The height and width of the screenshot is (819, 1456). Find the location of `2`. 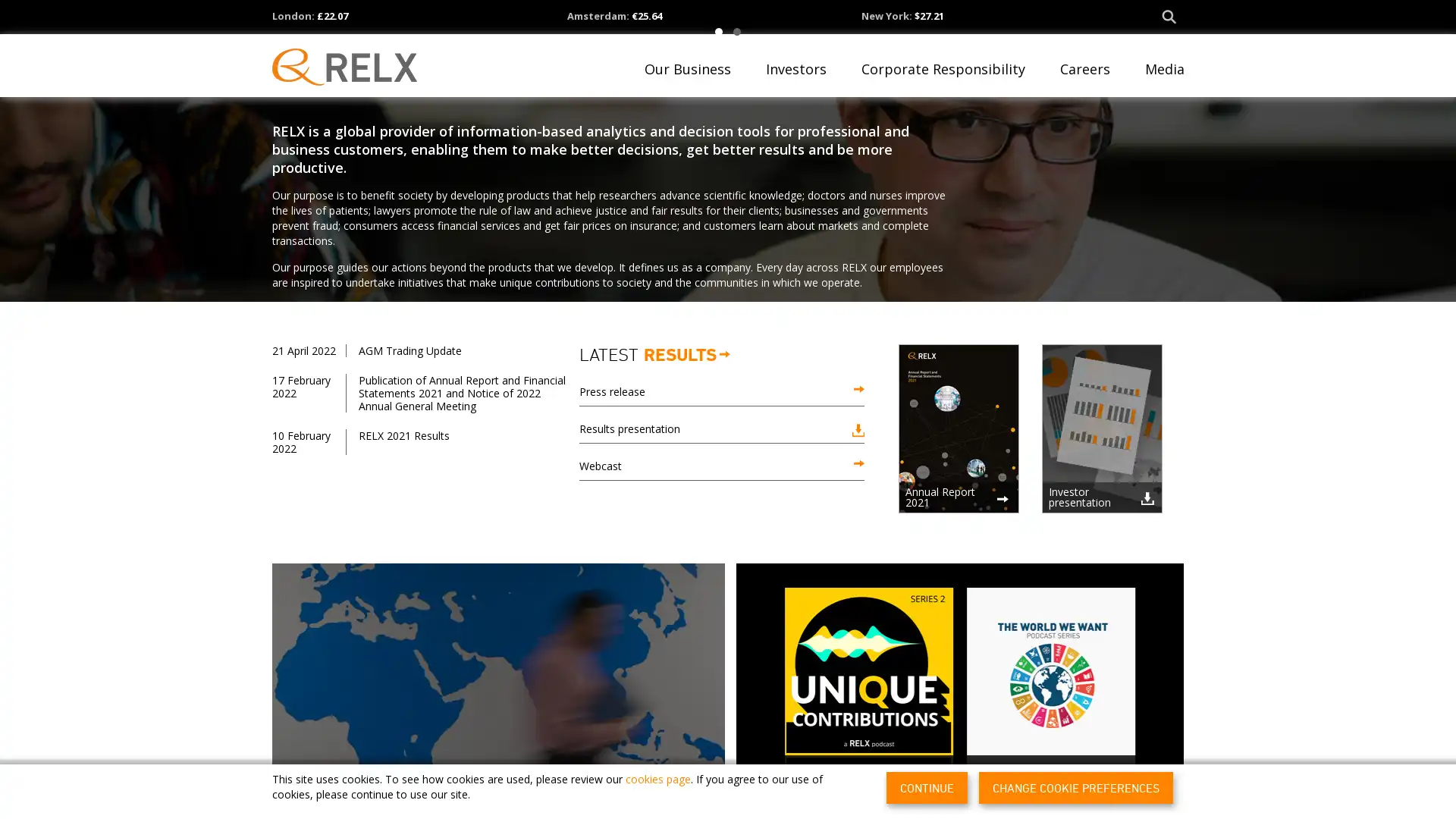

2 is located at coordinates (737, 32).